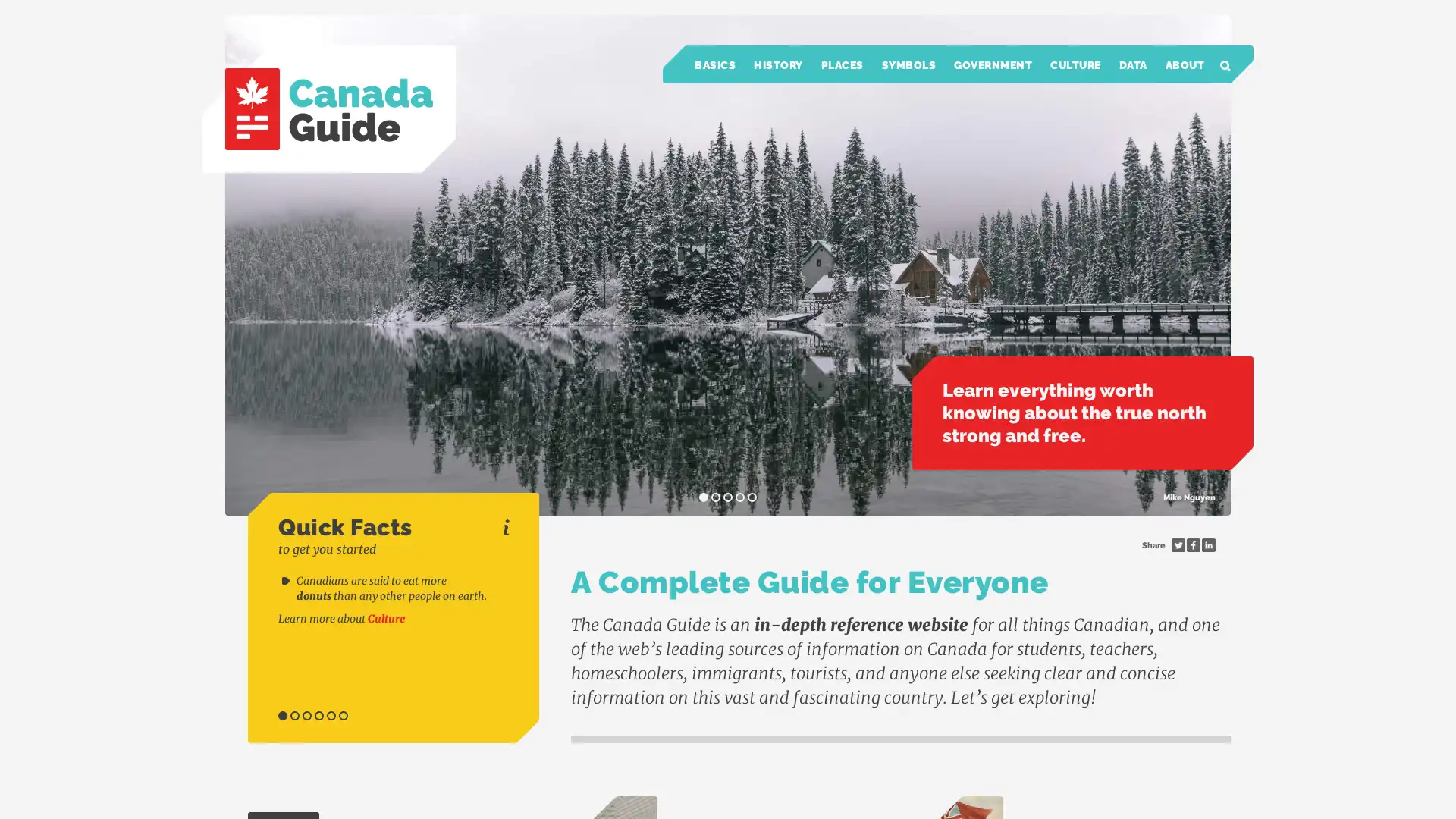 This screenshot has width=1456, height=819. I want to click on Go to slide 2, so click(294, 716).